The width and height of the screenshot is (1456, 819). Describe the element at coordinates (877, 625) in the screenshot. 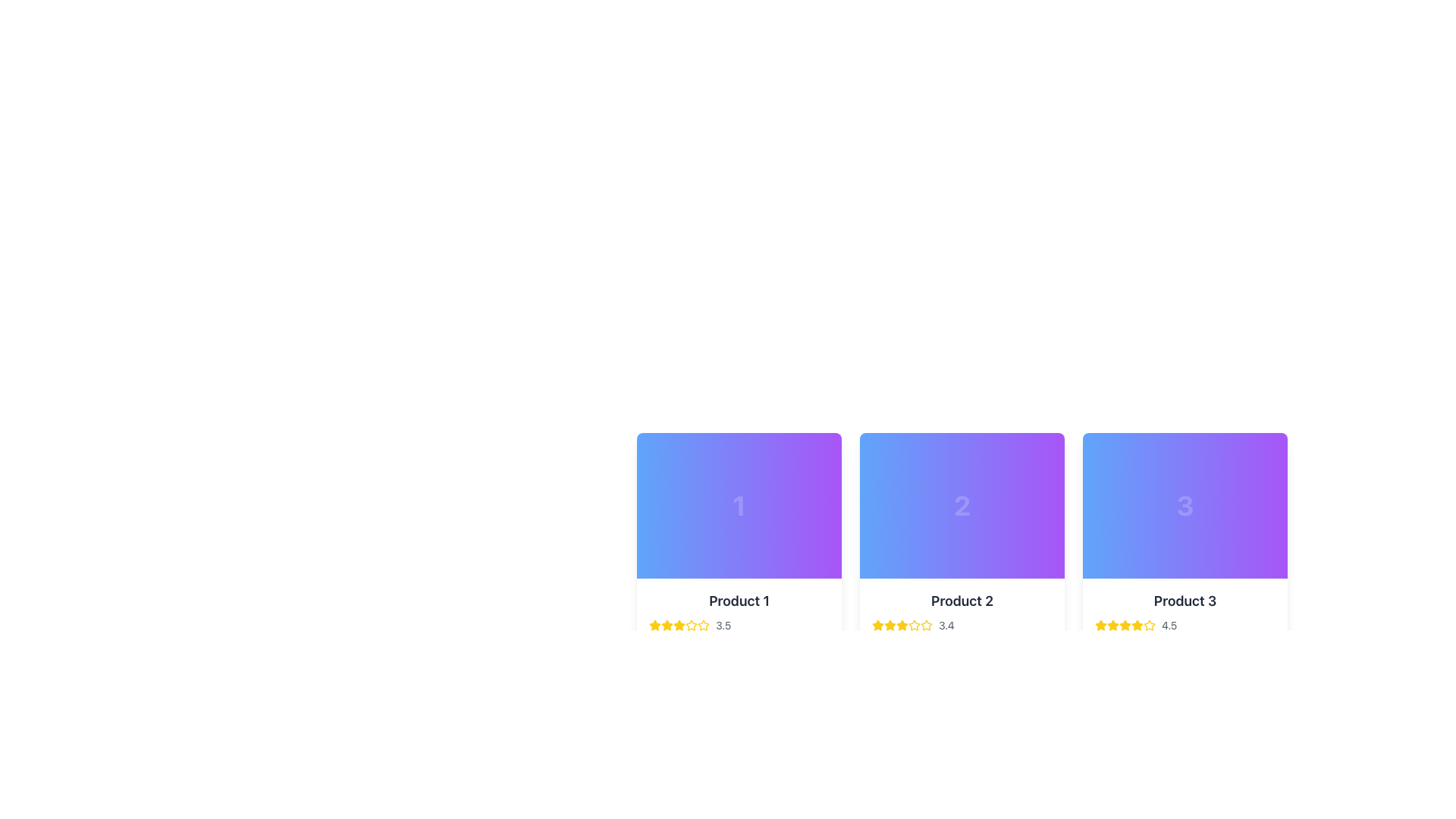

I see `the second star icon in the star rating for 'Product 2', which visually indicates a partial star rating and is located directly below the product title` at that location.